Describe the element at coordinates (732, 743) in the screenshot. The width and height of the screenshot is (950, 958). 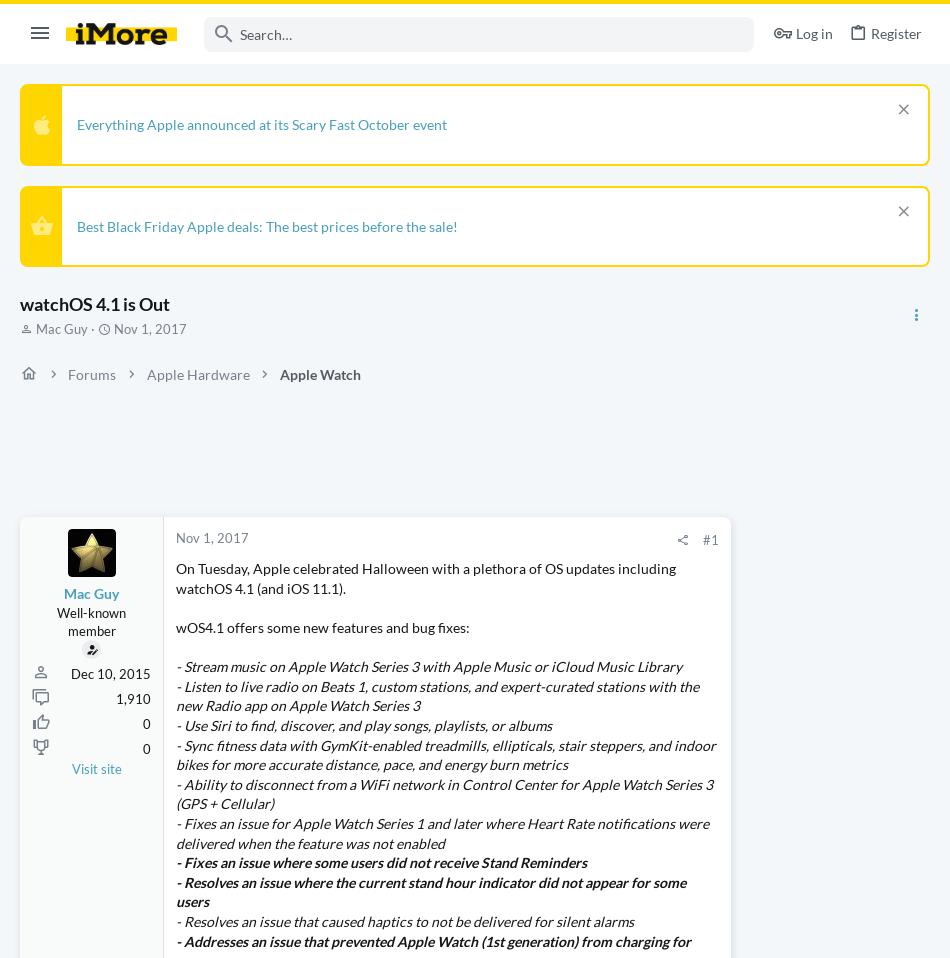
I see `'Android vs iPhone 15'` at that location.